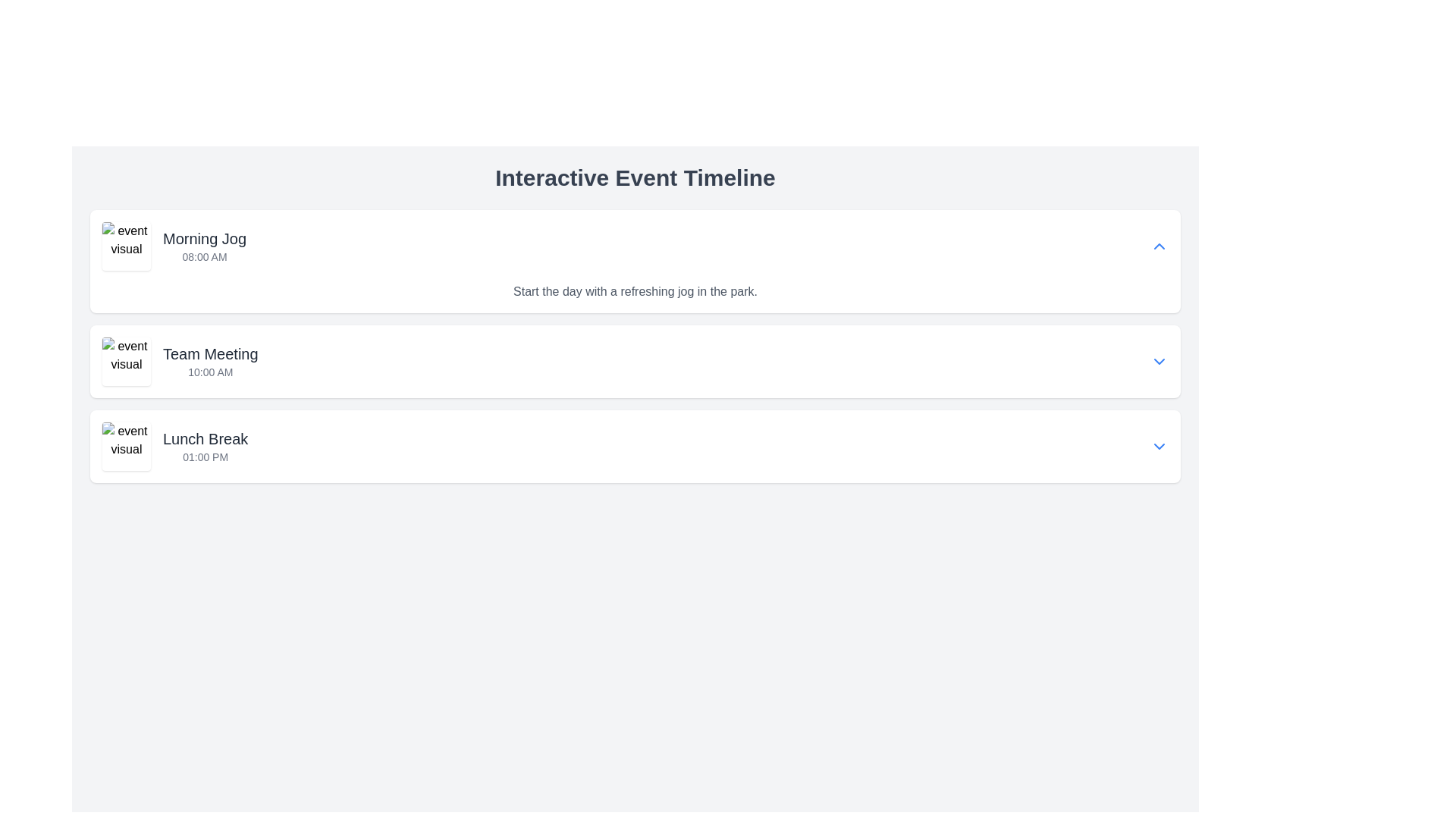 The width and height of the screenshot is (1456, 819). I want to click on the second list item titled 'Team Meeting' which includes the time '10:00 AM' for additional visual feedback, so click(635, 362).